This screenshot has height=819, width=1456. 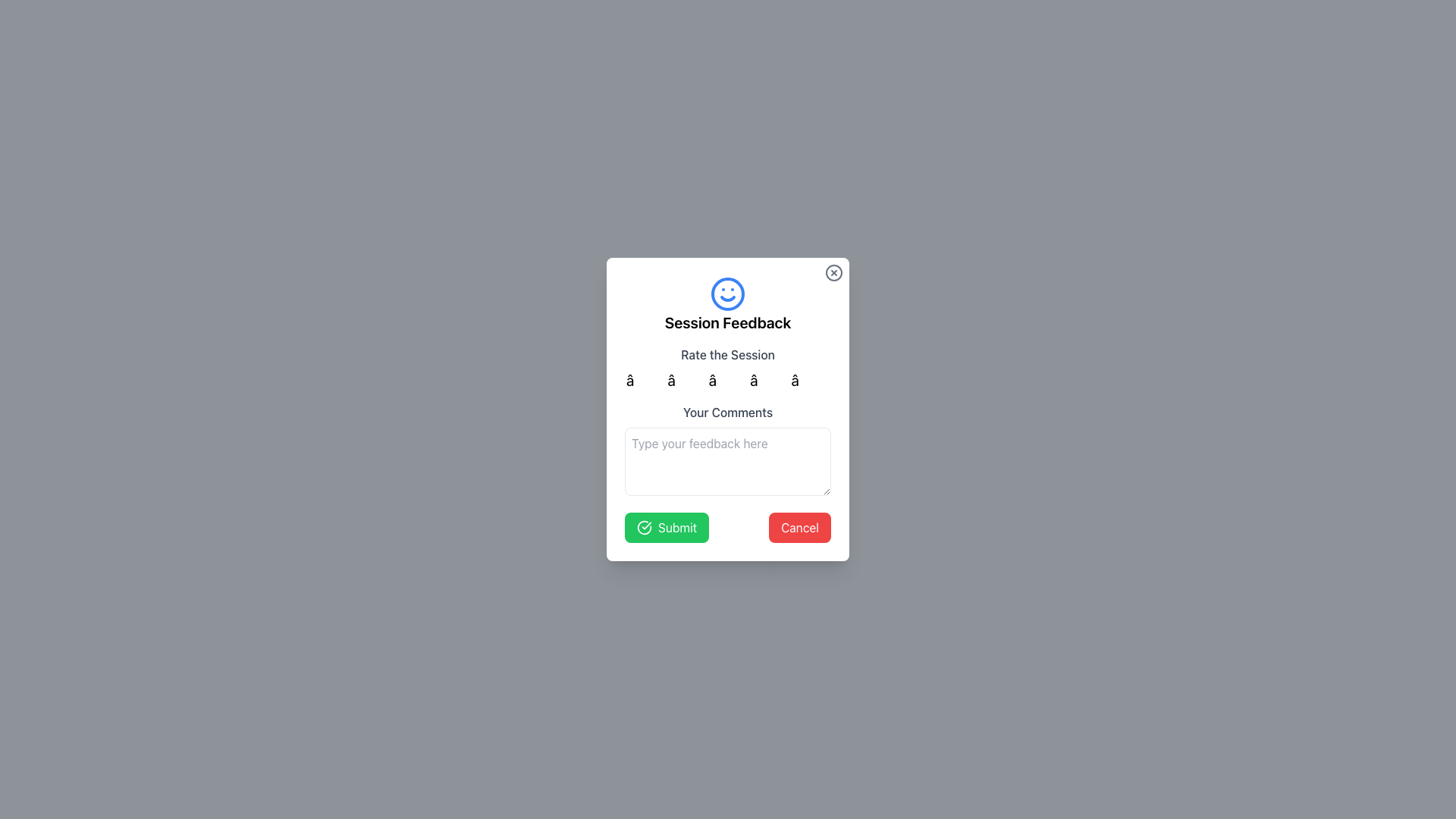 What do you see at coordinates (728, 322) in the screenshot?
I see `the 'Session Feedback' text label, which is a bold, large-sized text centrally positioned in the modal's header section, directly below a blue smiling face icon` at bounding box center [728, 322].